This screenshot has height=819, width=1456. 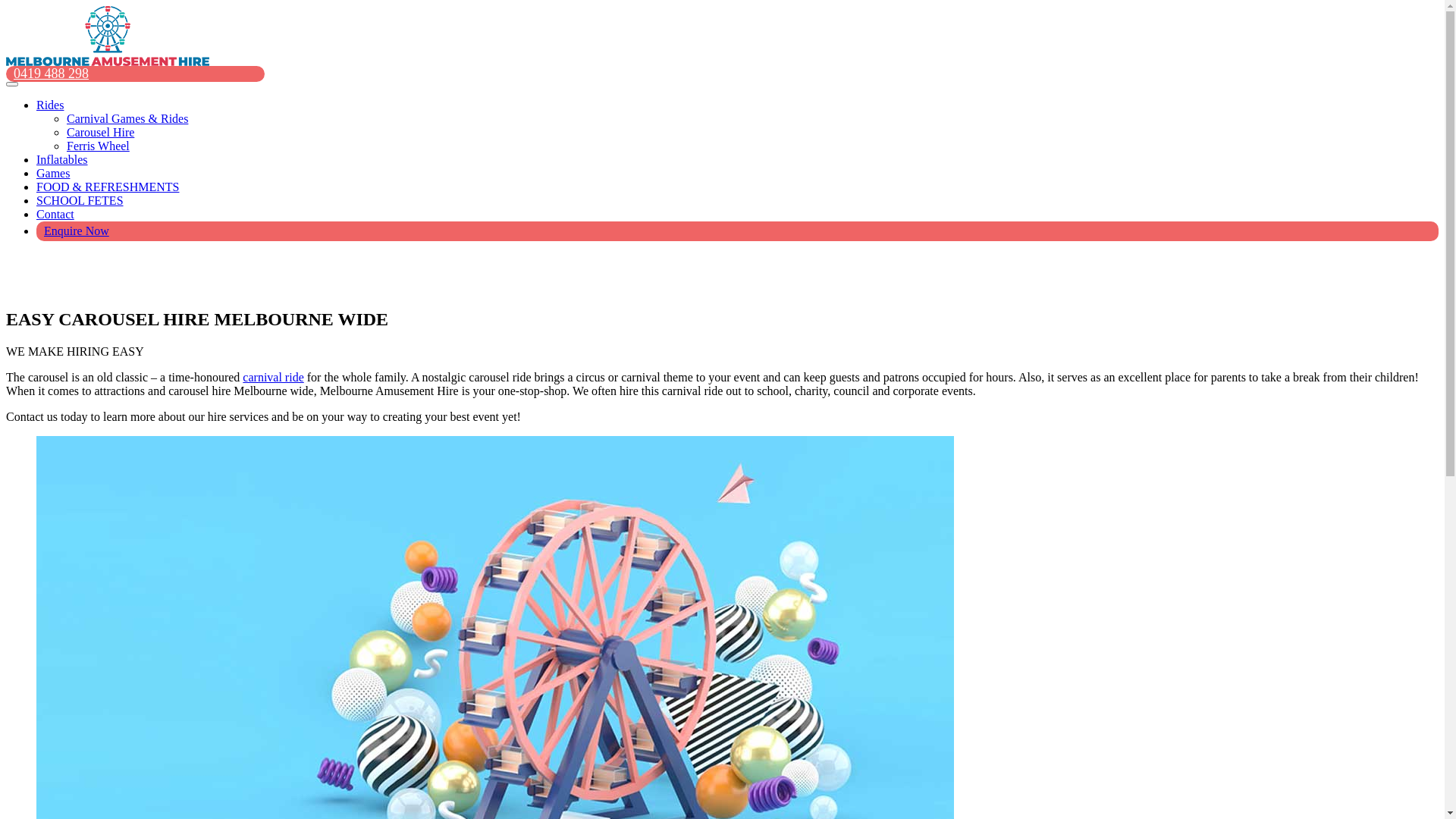 What do you see at coordinates (127, 118) in the screenshot?
I see `'Carnival Games & Rides'` at bounding box center [127, 118].